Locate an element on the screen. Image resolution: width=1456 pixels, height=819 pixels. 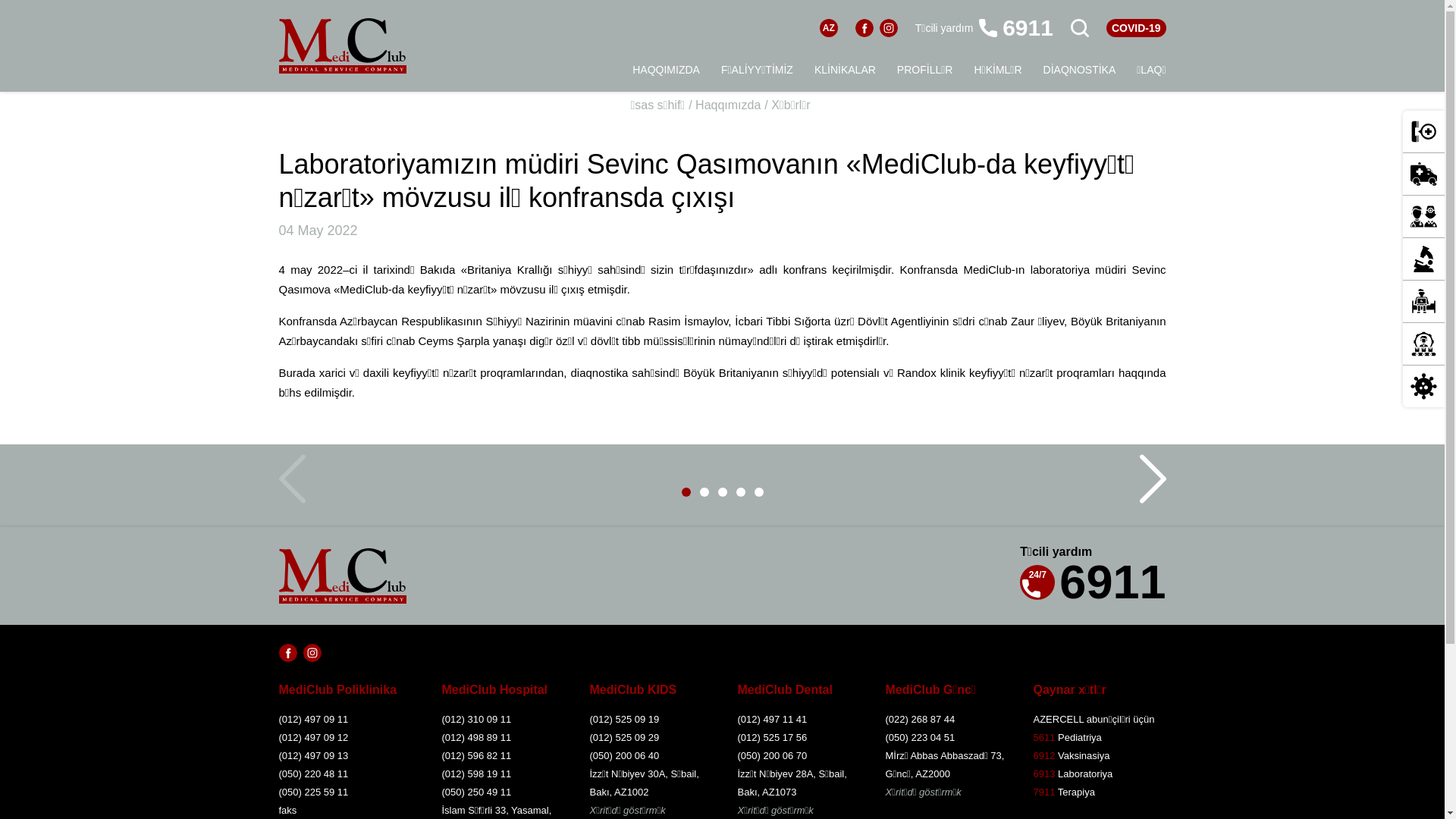
'(050) 223 04 51' is located at coordinates (946, 736).